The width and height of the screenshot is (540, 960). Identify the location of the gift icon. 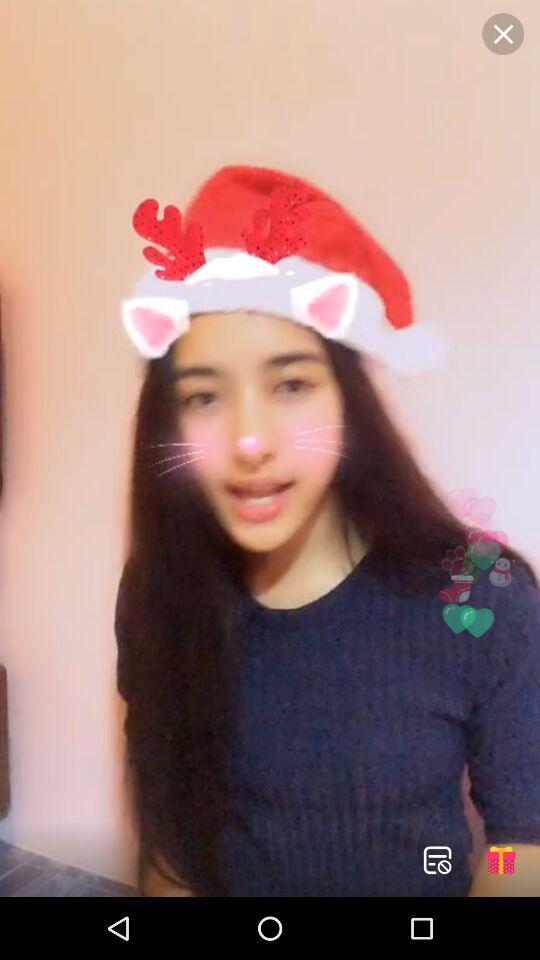
(499, 859).